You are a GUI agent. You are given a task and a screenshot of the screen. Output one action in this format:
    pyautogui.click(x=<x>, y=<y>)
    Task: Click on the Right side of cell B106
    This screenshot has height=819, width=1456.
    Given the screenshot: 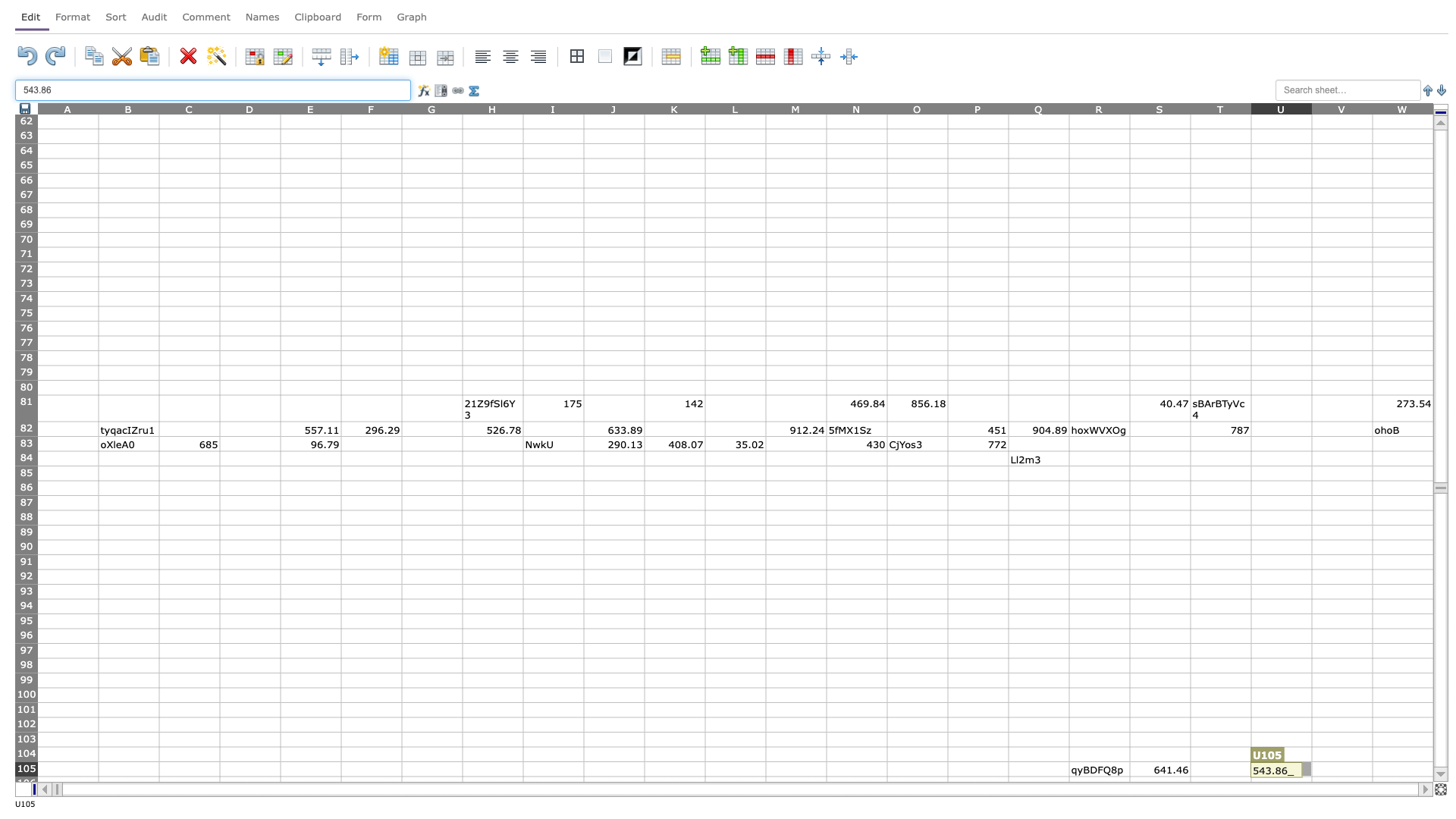 What is the action you would take?
    pyautogui.click(x=159, y=783)
    